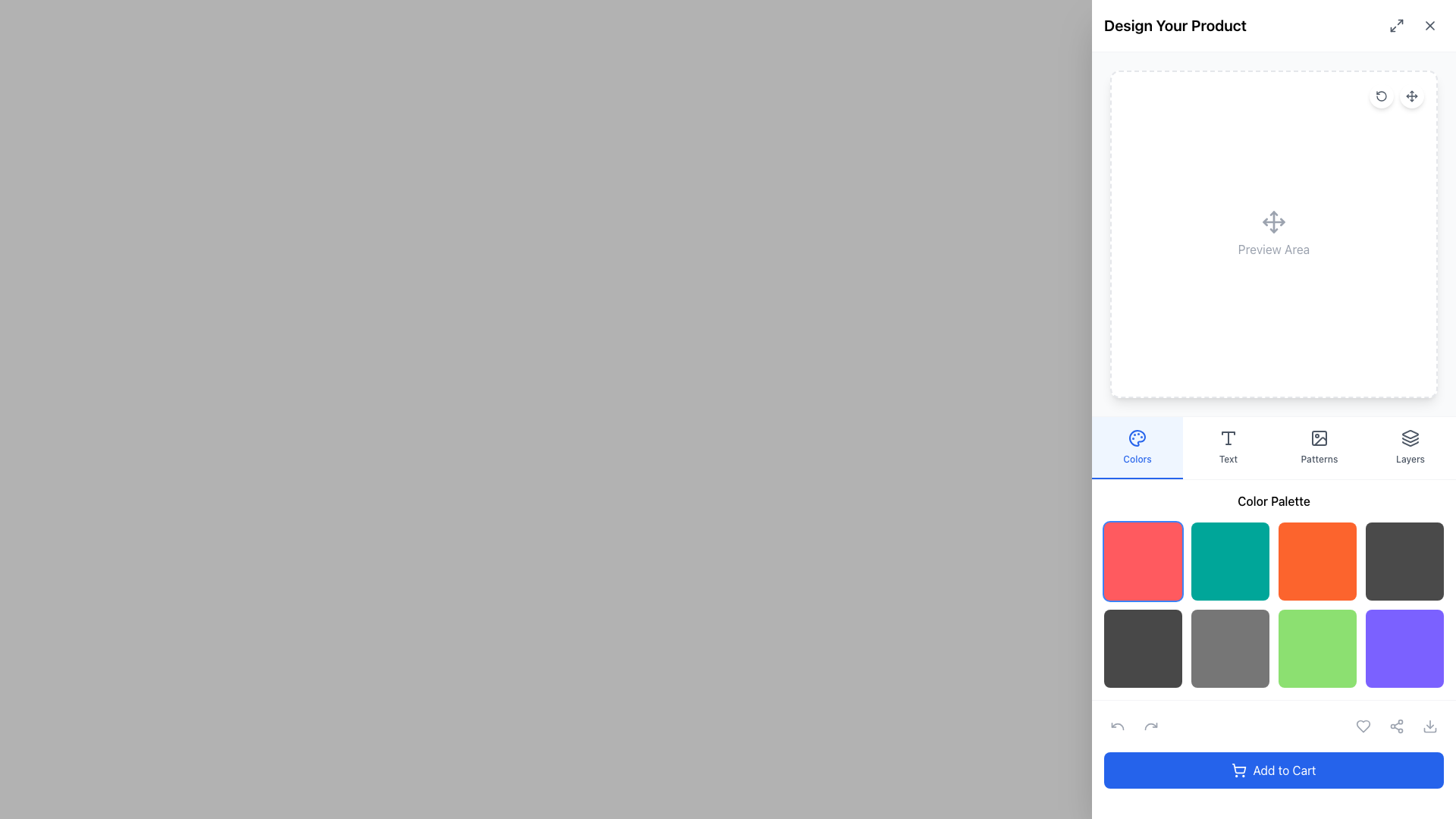 The height and width of the screenshot is (819, 1456). Describe the element at coordinates (1411, 96) in the screenshot. I see `the four-directional arrow icon in the top-right corner of the preview area` at that location.